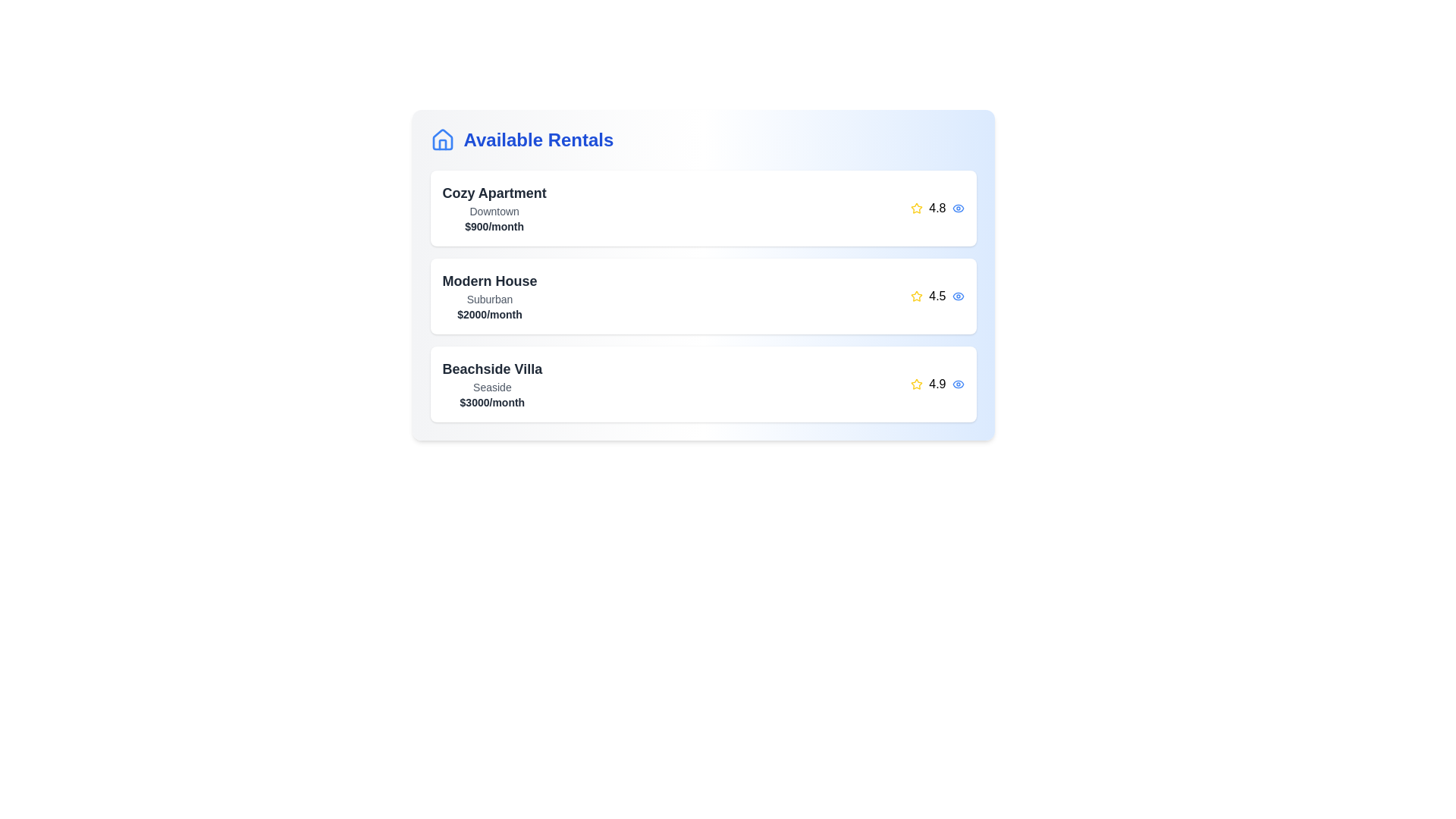 This screenshot has height=819, width=1456. Describe the element at coordinates (702, 208) in the screenshot. I see `the rental item corresponding to Cozy Apartment` at that location.